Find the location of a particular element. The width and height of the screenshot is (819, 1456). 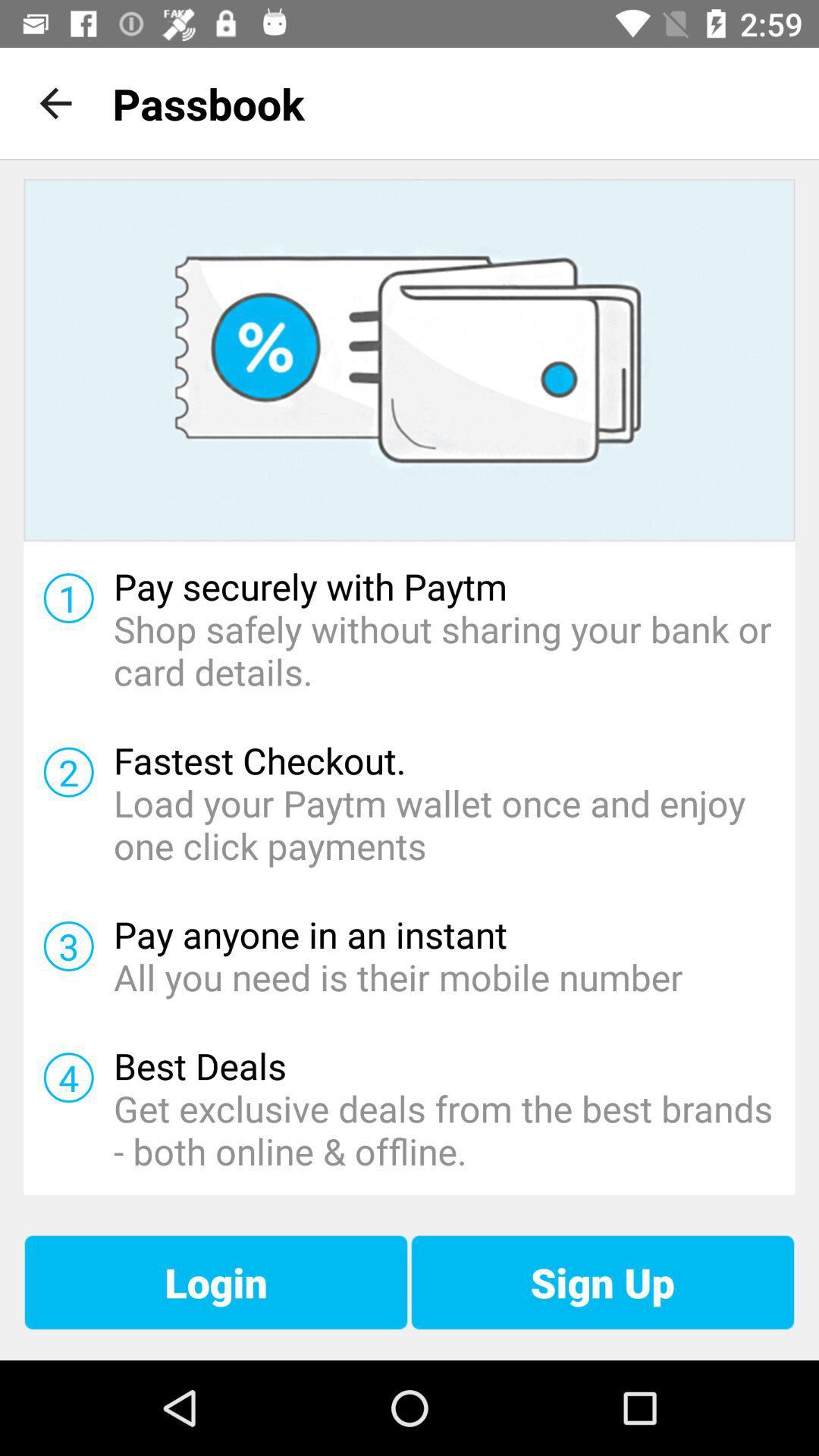

the icon next to login icon is located at coordinates (601, 1282).